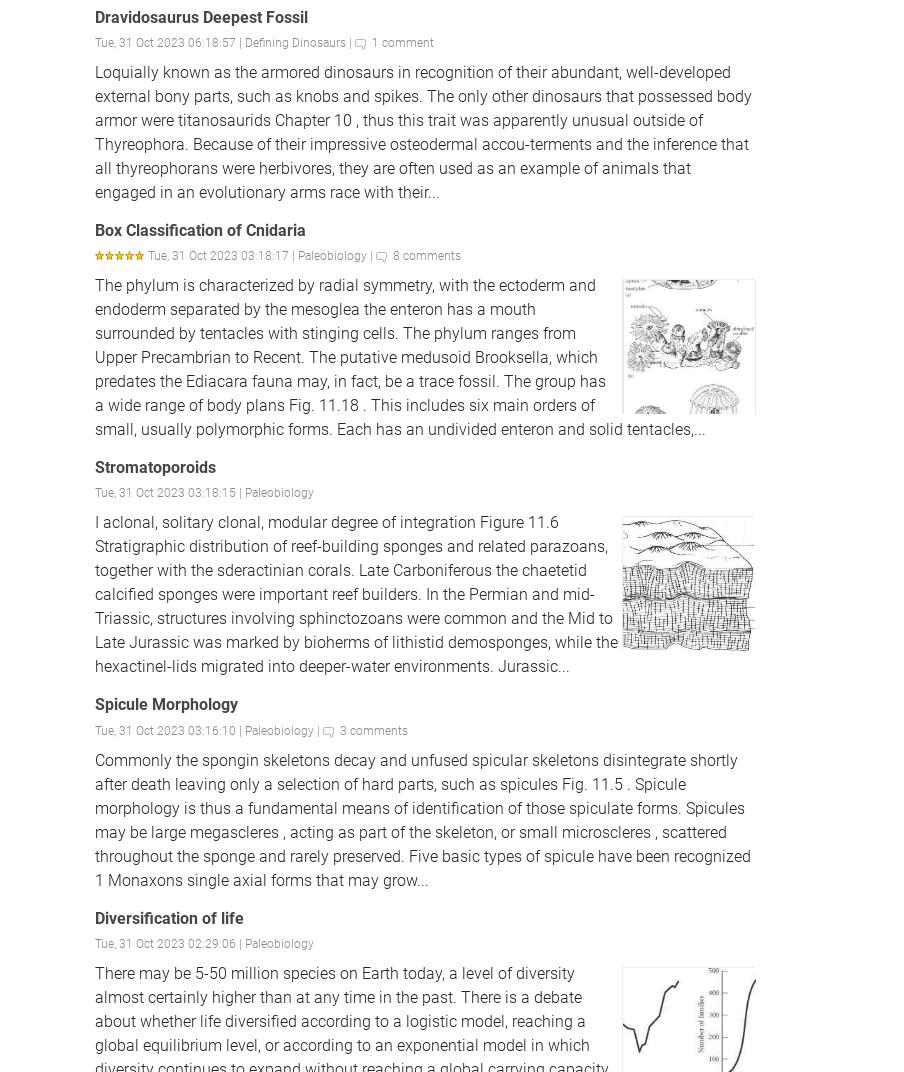  I want to click on 'Commonly the spongin skeletons decay and unfused spicular skeletons disintegrate shortly after death leaving only a selection of hard parts, such as spicules Fig. 11.5 . Spicule morphology is thus a fundamental means of identification of those spiculate forms. Spicules may be large megascleres , acting as part of the skeleton, or small microscleres , scattered throughout the sponge and rarely preserved. Five basic types of spicule have been recognized 1 Monaxons single axial forms that may grow...', so click(95, 818).